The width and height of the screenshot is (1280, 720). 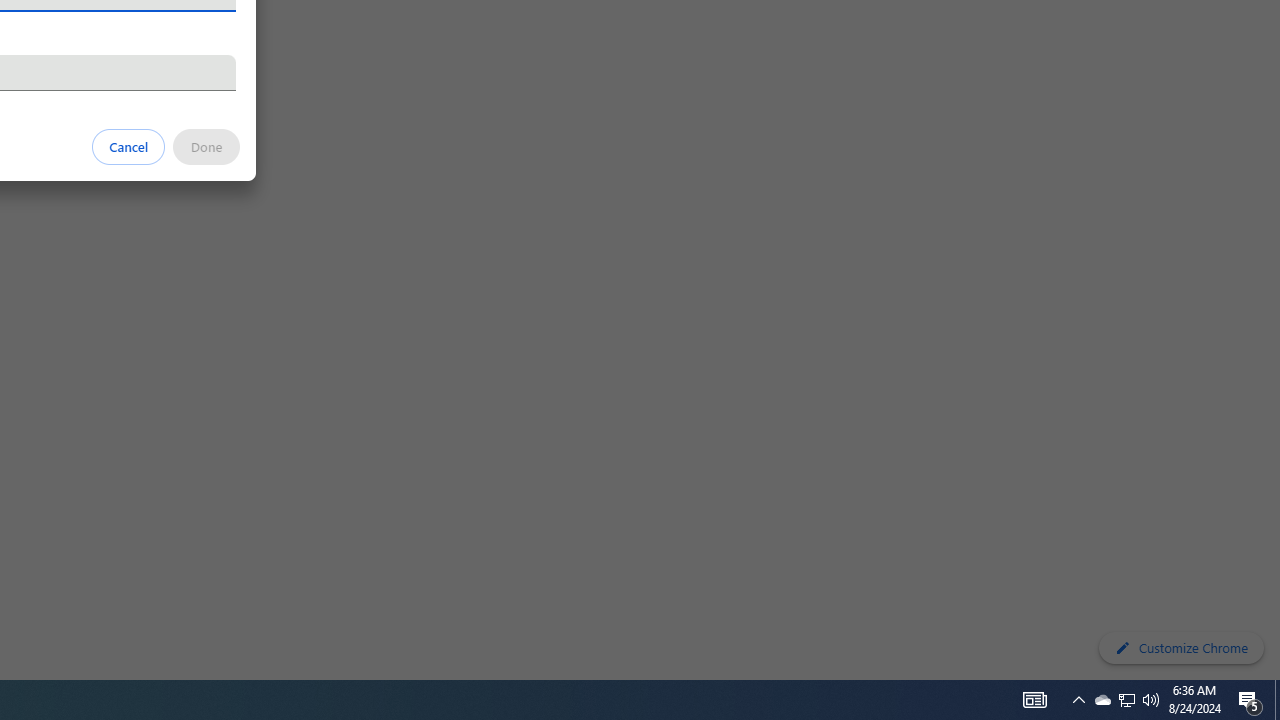 I want to click on 'Done', so click(x=206, y=145).